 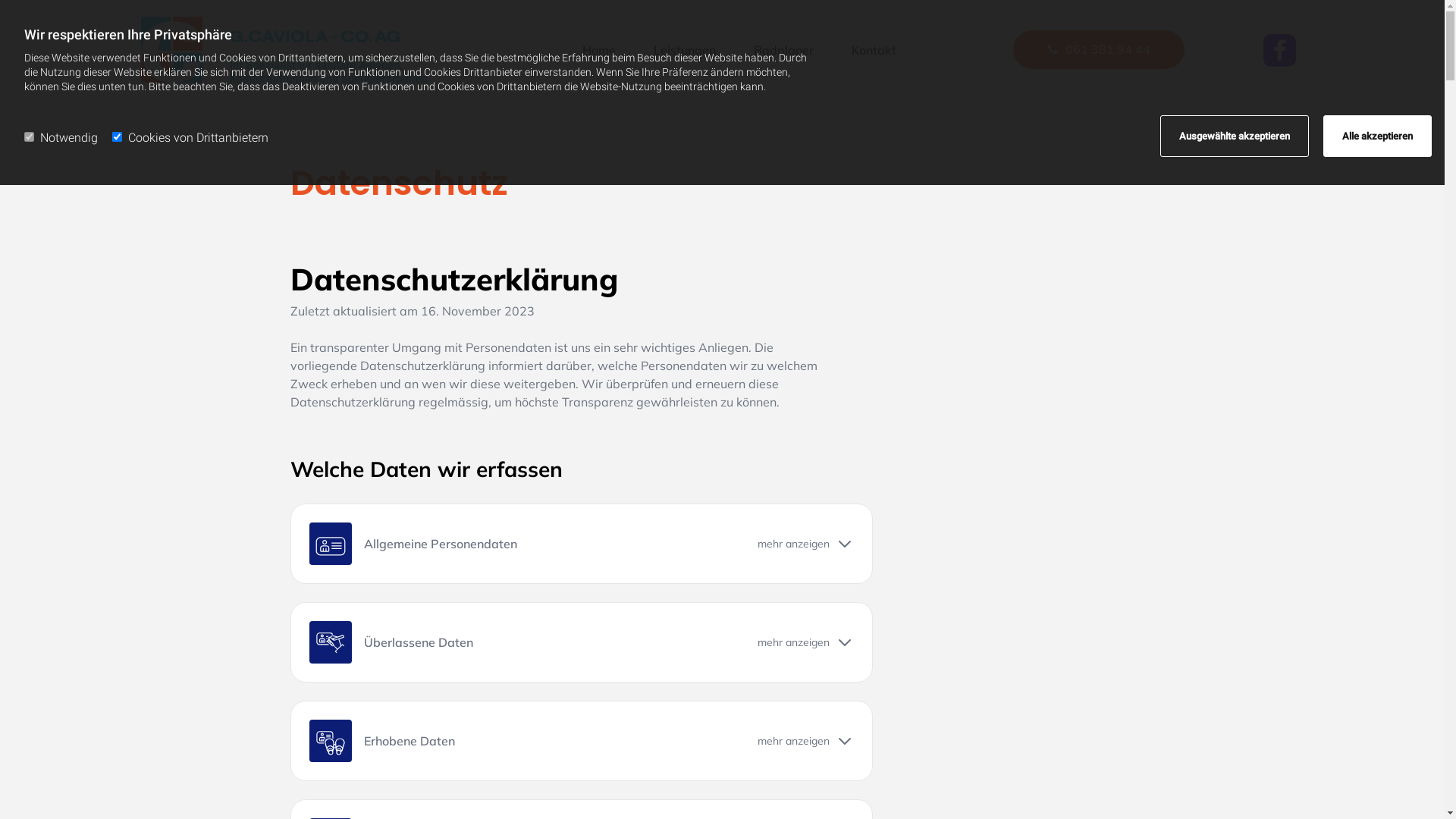 What do you see at coordinates (843, 49) in the screenshot?
I see `'Kontakt'` at bounding box center [843, 49].